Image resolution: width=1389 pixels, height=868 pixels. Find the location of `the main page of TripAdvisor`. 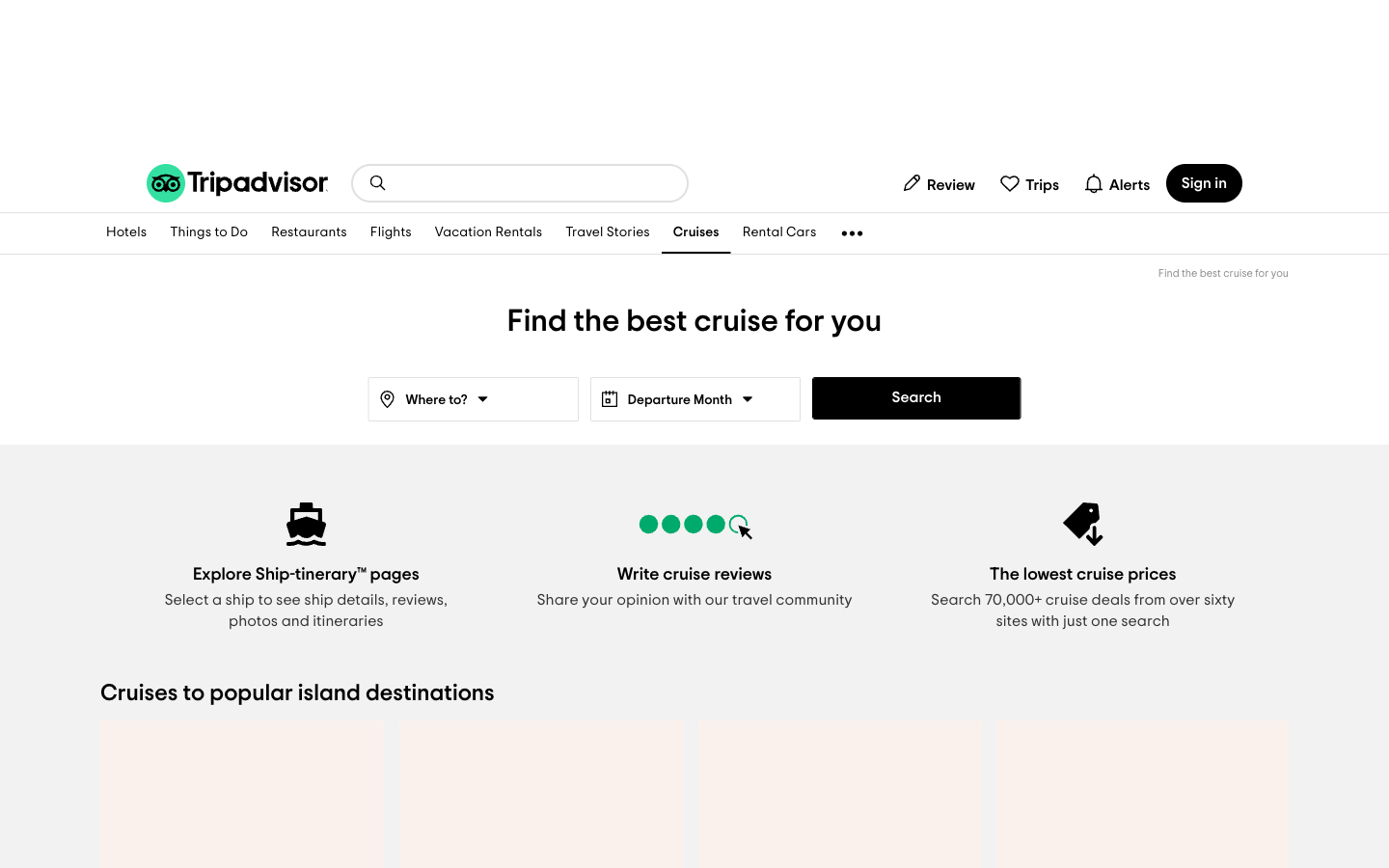

the main page of TripAdvisor is located at coordinates (235, 182).